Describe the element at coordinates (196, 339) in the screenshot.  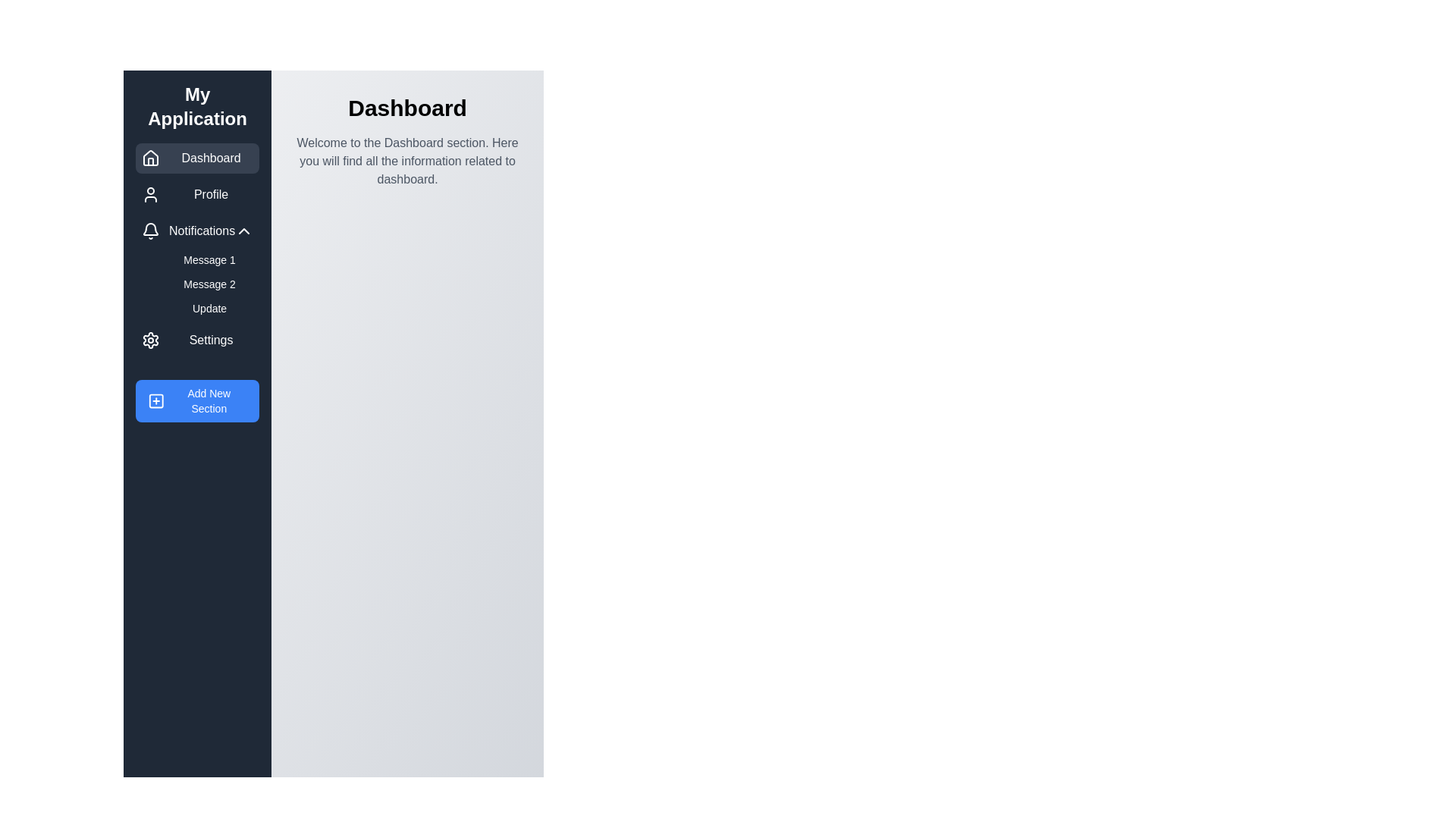
I see `the navigation button for accessing the 'Settings' section of the application` at that location.